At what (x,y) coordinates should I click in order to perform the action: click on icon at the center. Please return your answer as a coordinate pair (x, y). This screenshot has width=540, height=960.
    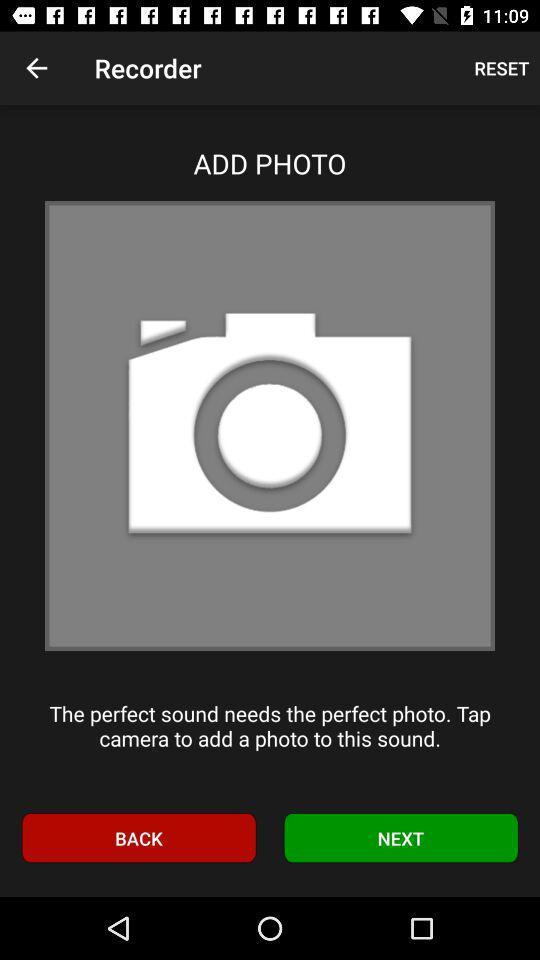
    Looking at the image, I should click on (270, 426).